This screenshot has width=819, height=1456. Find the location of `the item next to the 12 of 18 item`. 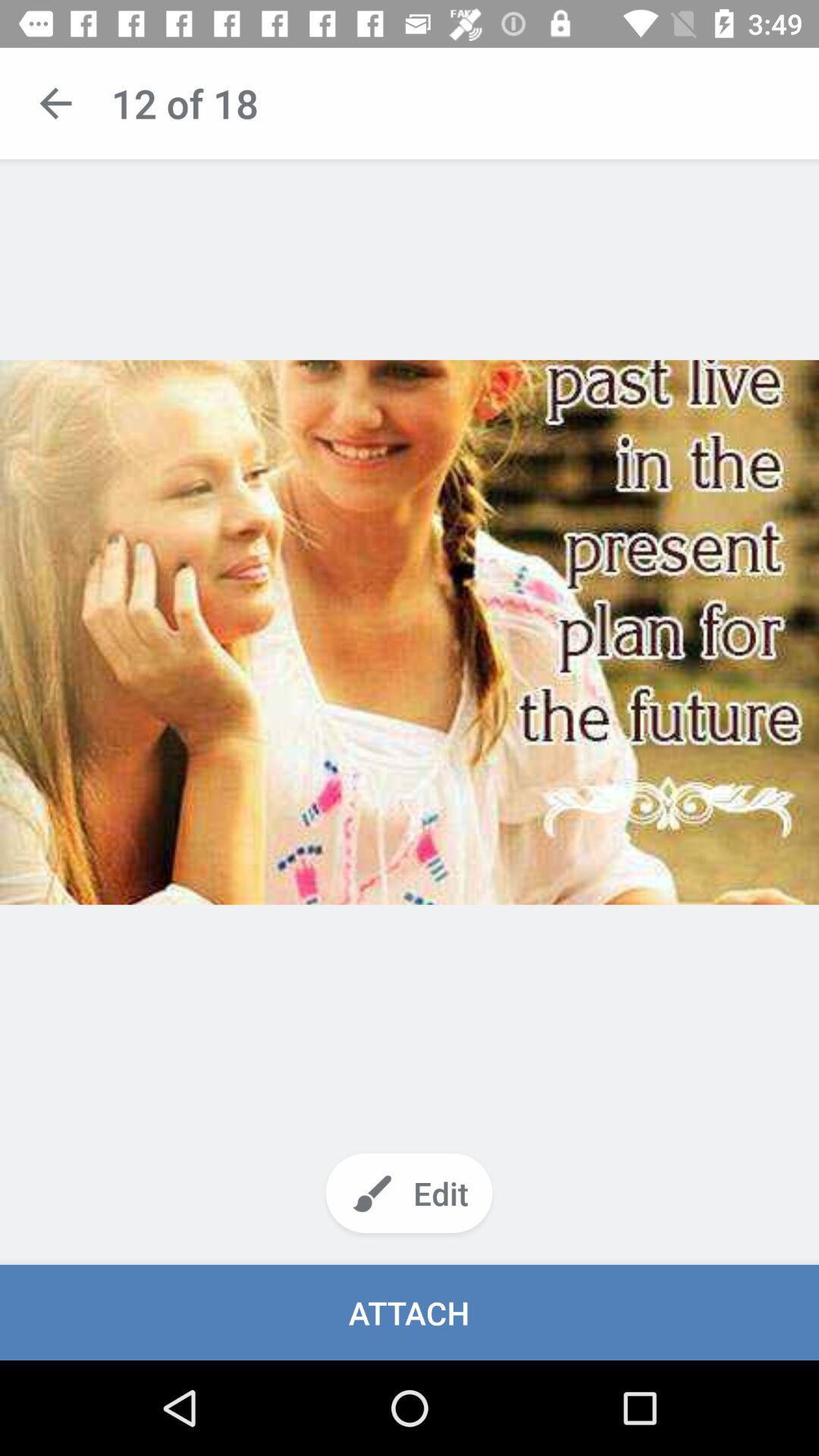

the item next to the 12 of 18 item is located at coordinates (55, 102).